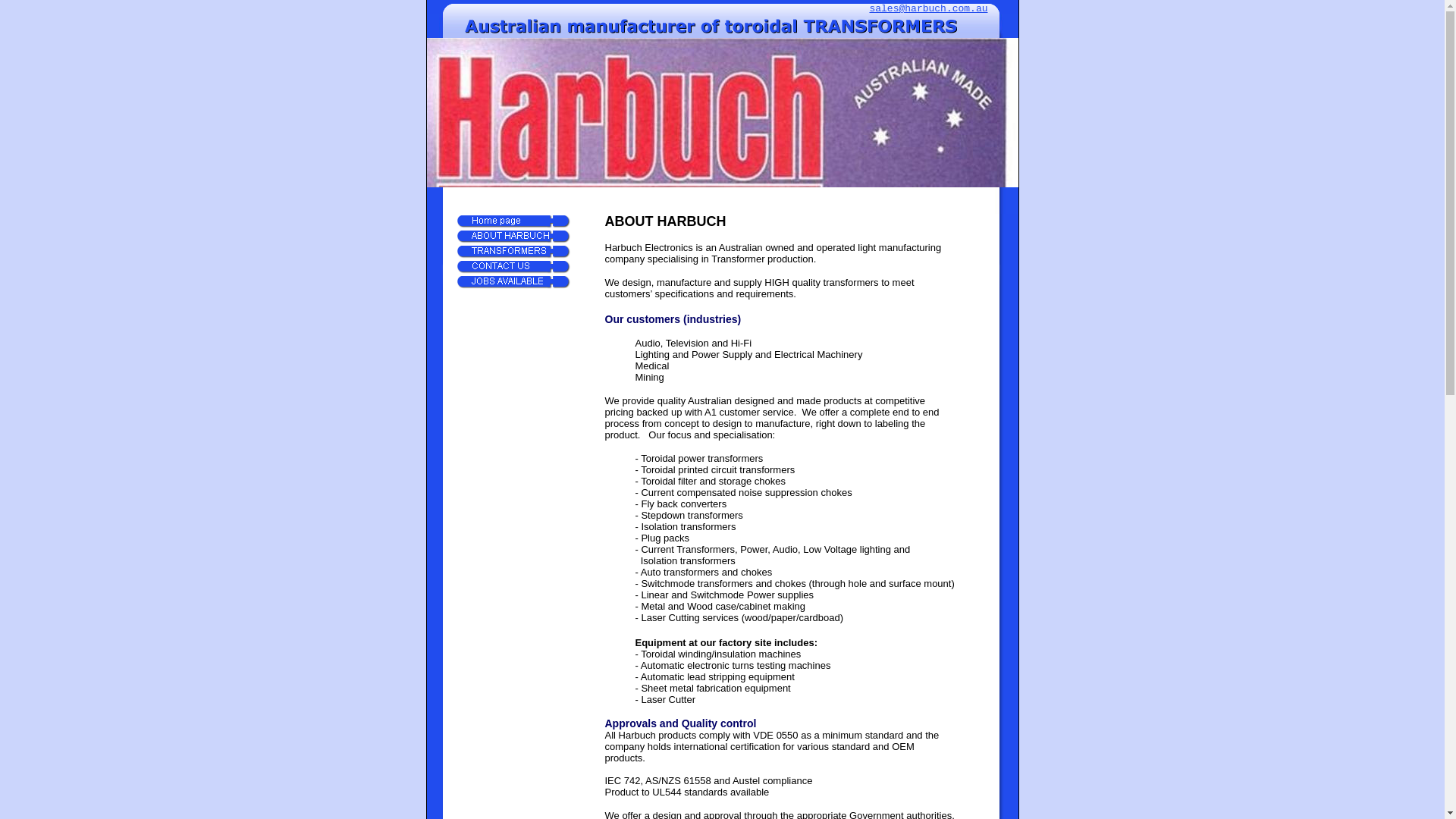 This screenshot has width=1456, height=819. I want to click on 'Home', so click(513, 221).